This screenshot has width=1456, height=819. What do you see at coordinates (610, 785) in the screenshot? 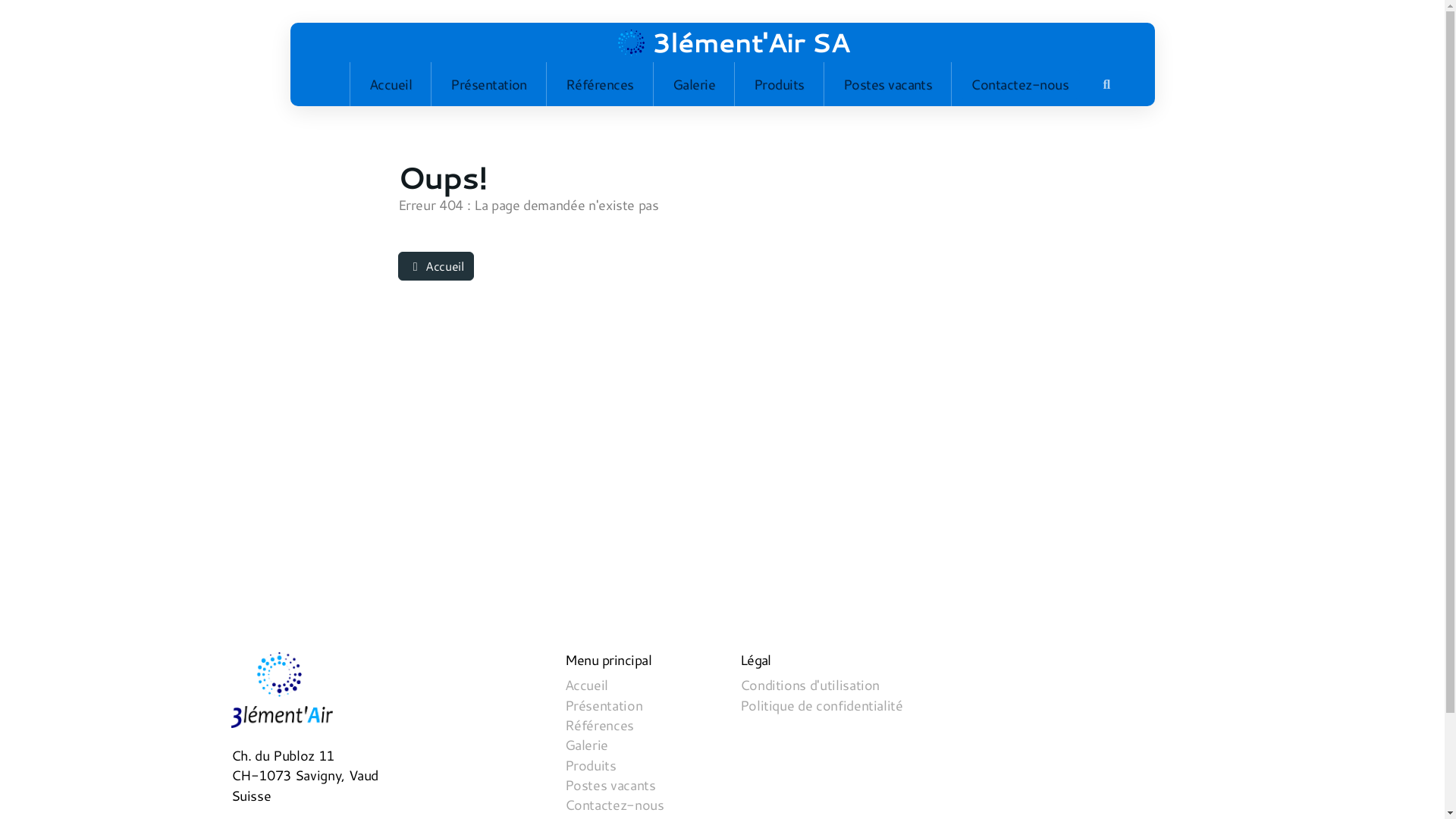
I see `'Postes vacants'` at bounding box center [610, 785].